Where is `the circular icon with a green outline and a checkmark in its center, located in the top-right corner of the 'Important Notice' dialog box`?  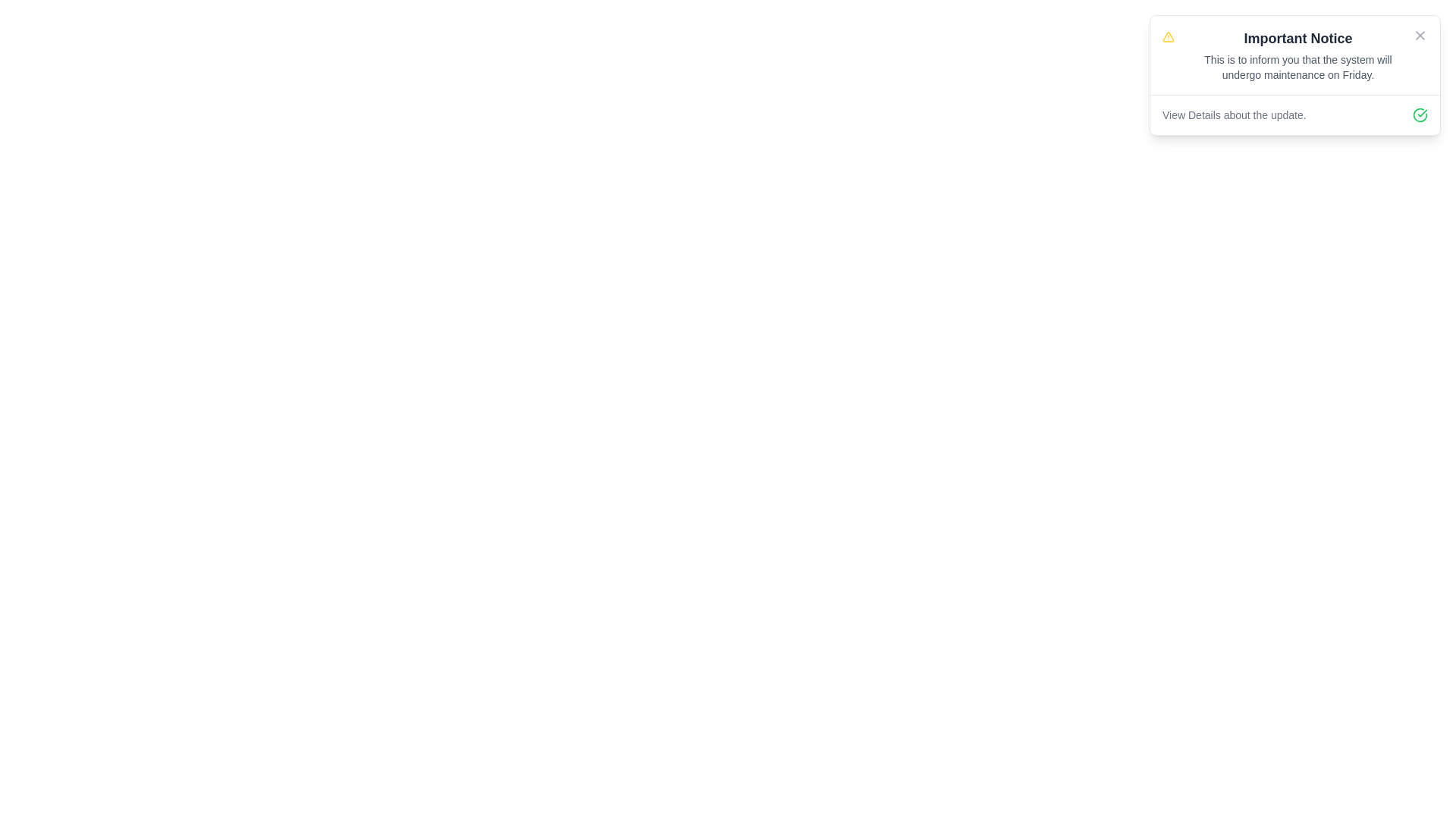 the circular icon with a green outline and a checkmark in its center, located in the top-right corner of the 'Important Notice' dialog box is located at coordinates (1419, 114).